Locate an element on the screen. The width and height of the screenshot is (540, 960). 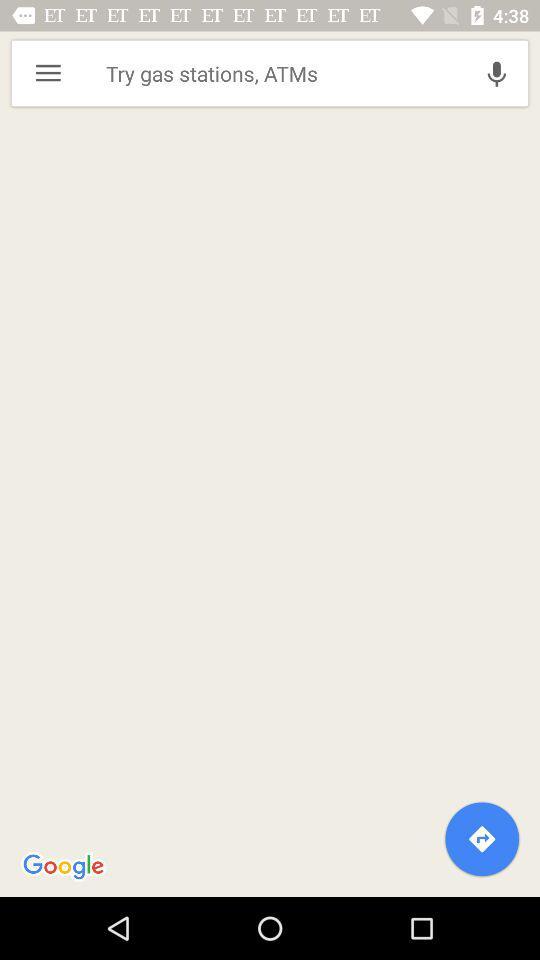
icon at the top right corner is located at coordinates (495, 73).